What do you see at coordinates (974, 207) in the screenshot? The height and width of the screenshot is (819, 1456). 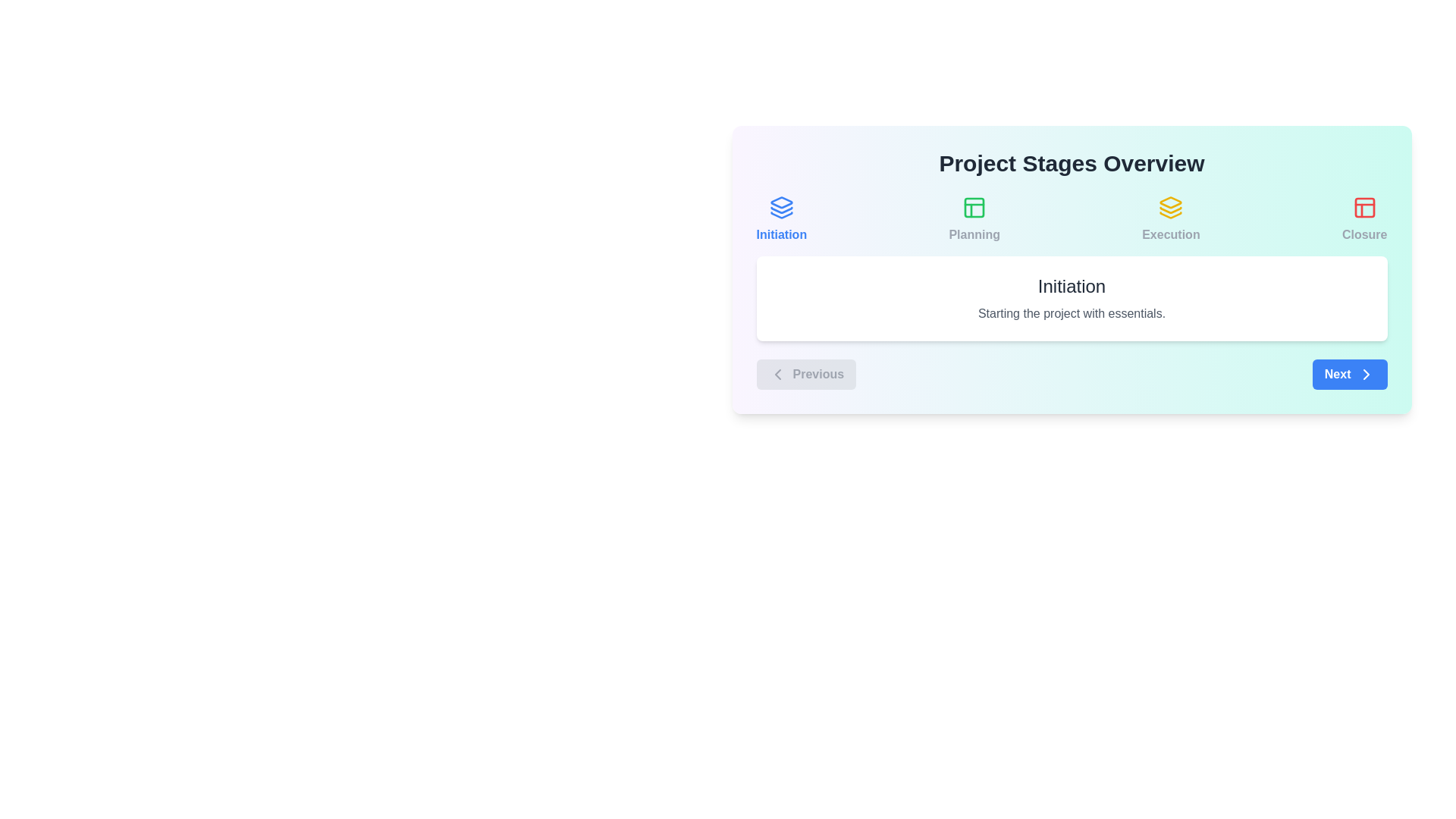 I see `the graphical SVG element located in the top-left corner of the grid structure, which serves as a visual indicator within the application` at bounding box center [974, 207].